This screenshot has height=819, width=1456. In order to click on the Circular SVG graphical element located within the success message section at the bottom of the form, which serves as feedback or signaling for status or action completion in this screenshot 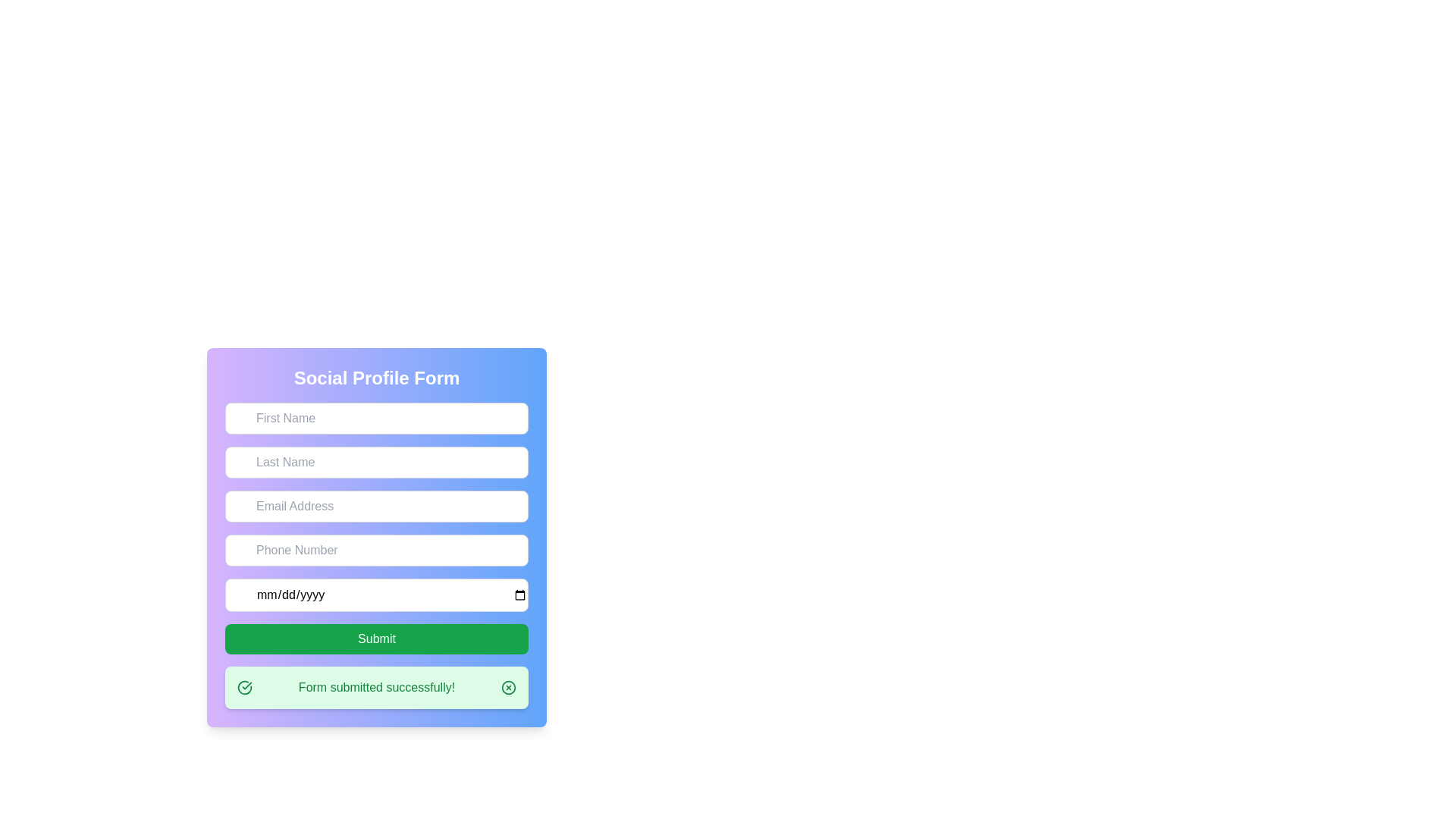, I will do `click(509, 687)`.